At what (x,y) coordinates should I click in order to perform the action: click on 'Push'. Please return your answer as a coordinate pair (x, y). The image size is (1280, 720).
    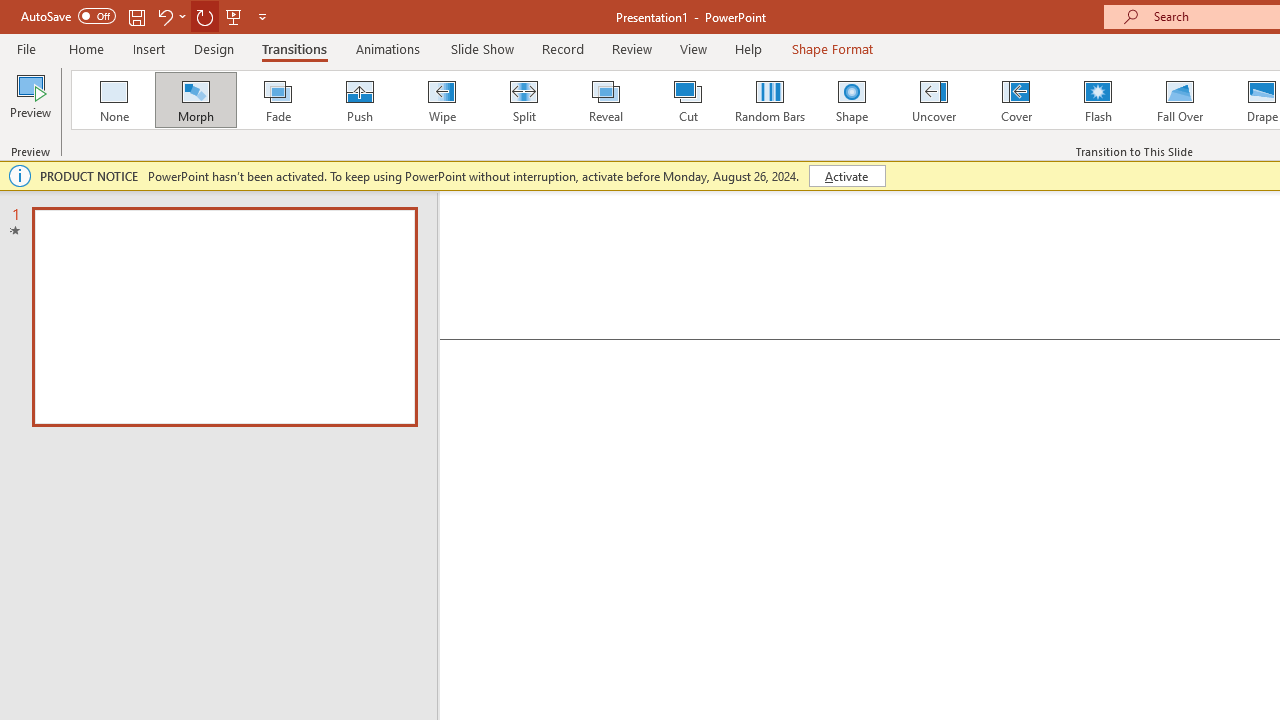
    Looking at the image, I should click on (359, 100).